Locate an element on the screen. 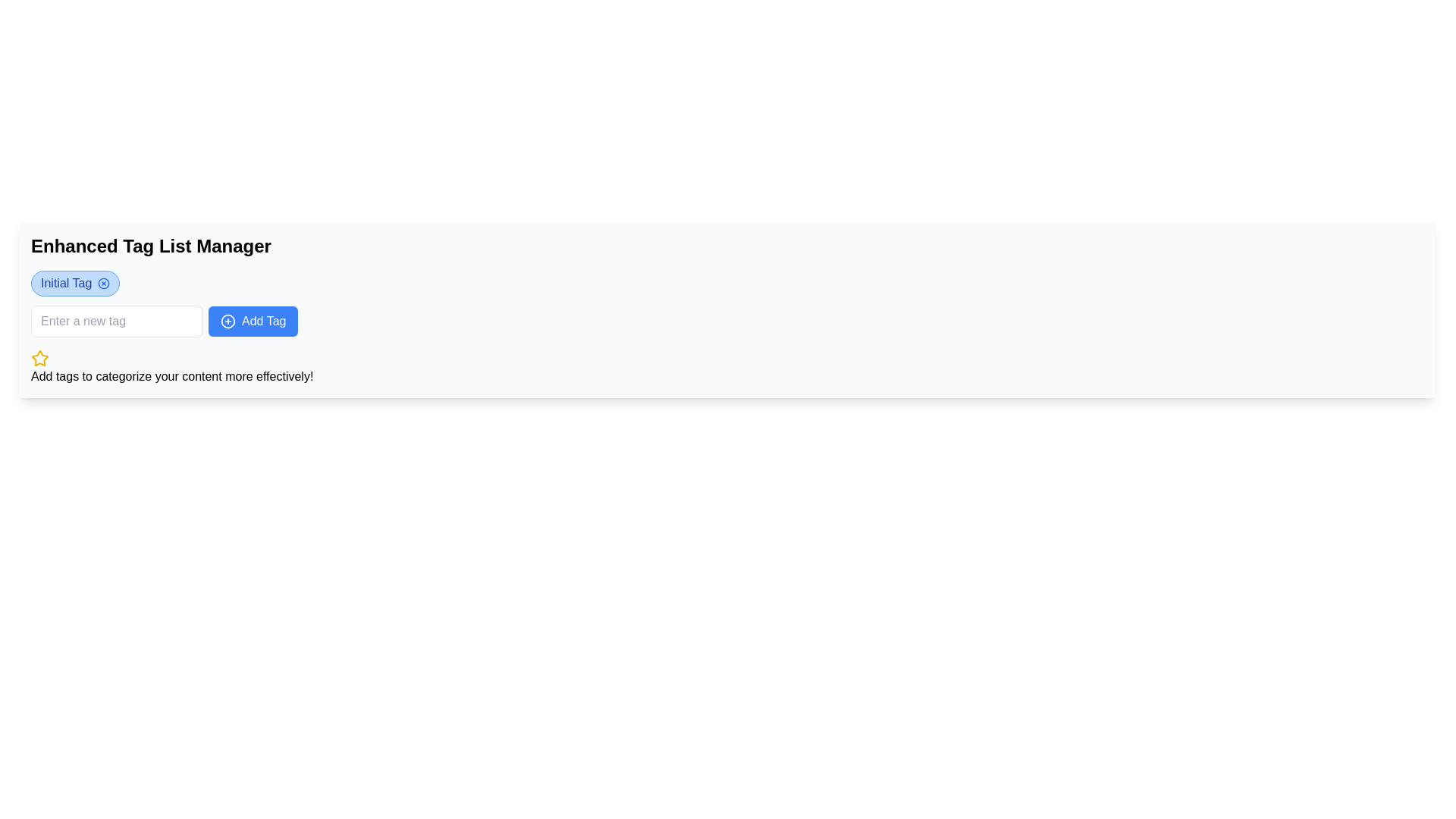 The image size is (1456, 819). the rectangular button with a blue background and white text label that says 'Add Tag', which is located in the upper center of the interface is located at coordinates (253, 321).